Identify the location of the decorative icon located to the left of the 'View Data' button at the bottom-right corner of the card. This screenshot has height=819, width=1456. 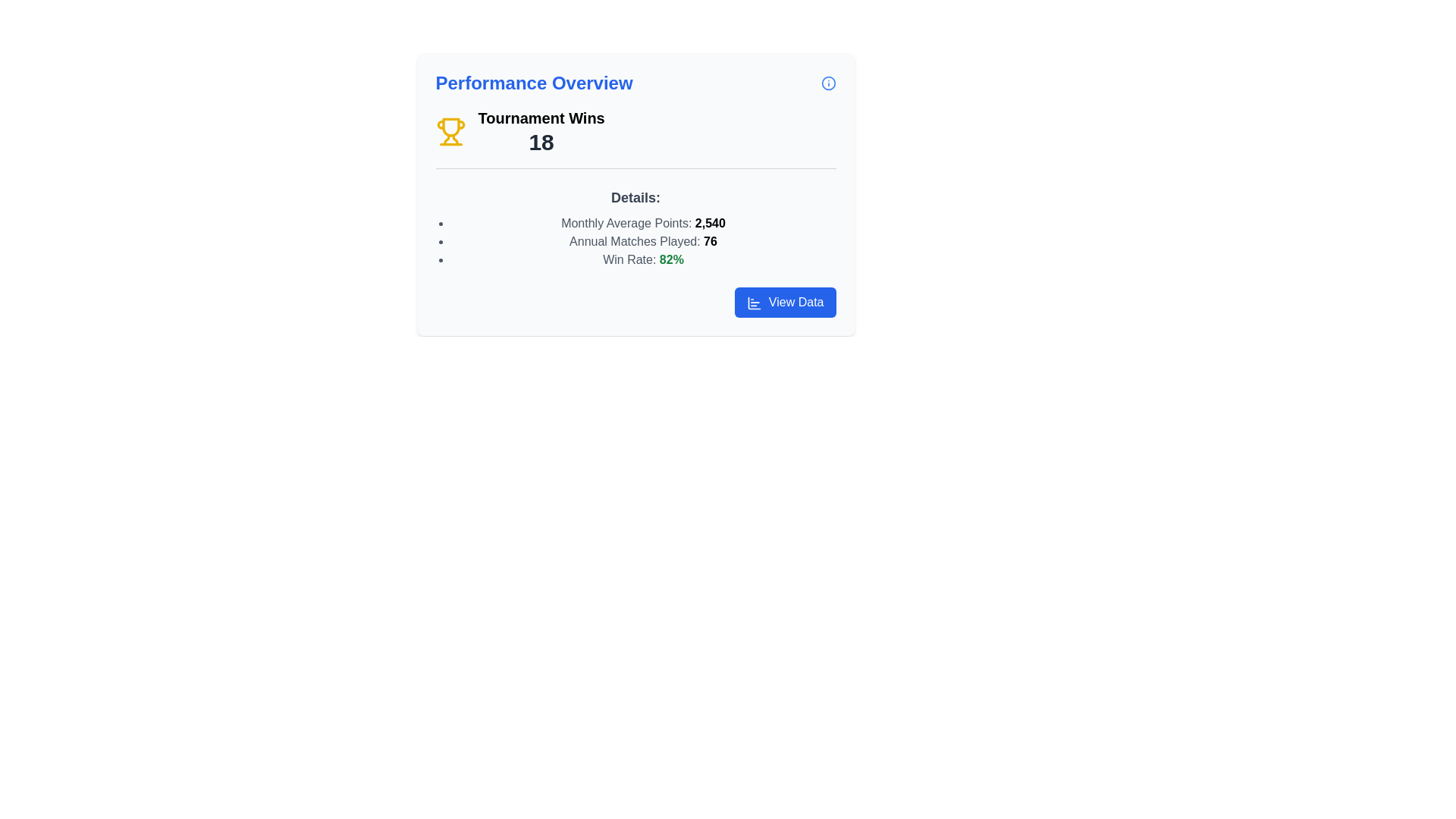
(755, 303).